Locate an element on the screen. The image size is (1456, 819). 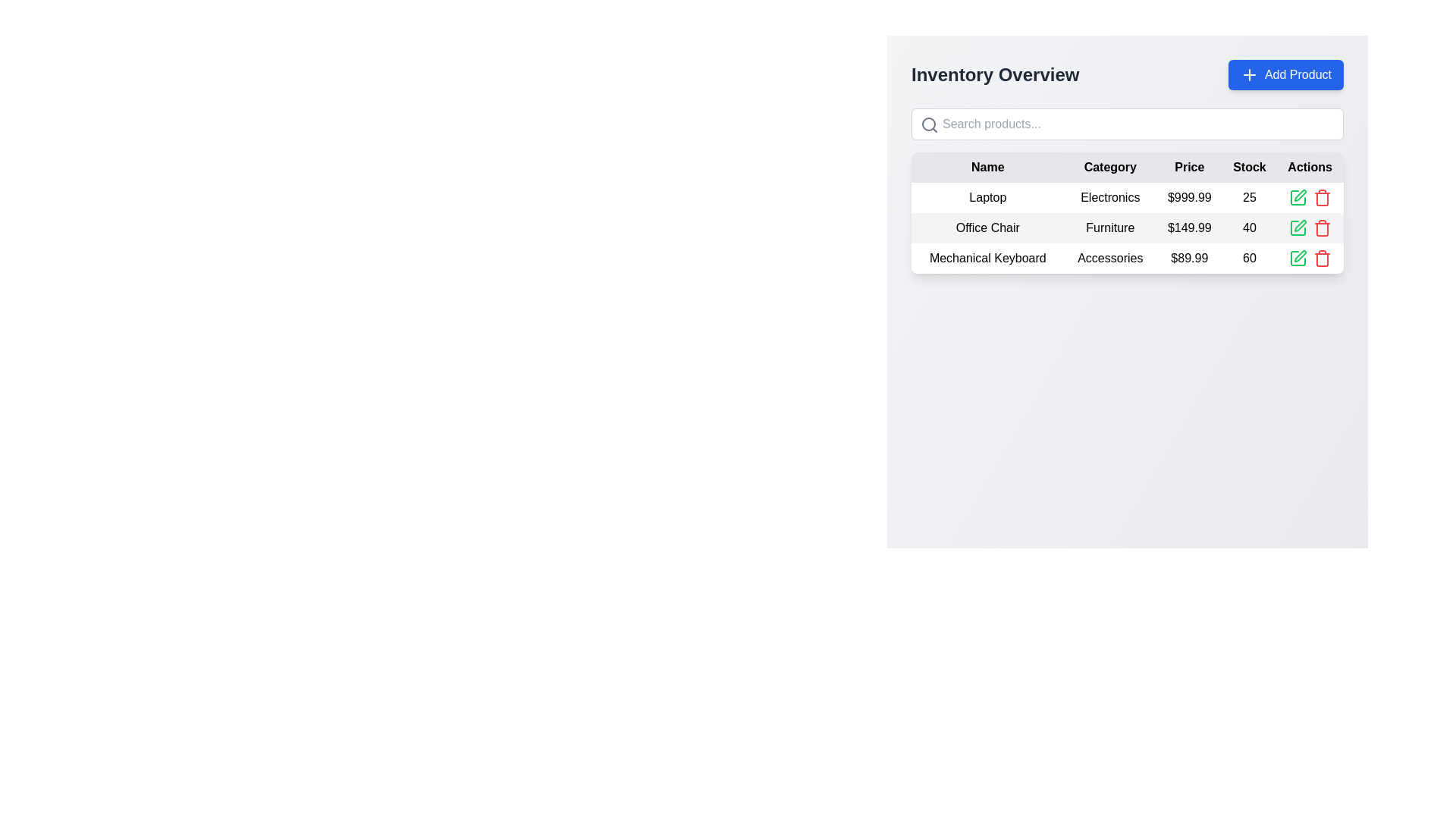
the Text label that is the second column header in the table, positioned between the 'Name' and 'Price' headers is located at coordinates (1110, 167).